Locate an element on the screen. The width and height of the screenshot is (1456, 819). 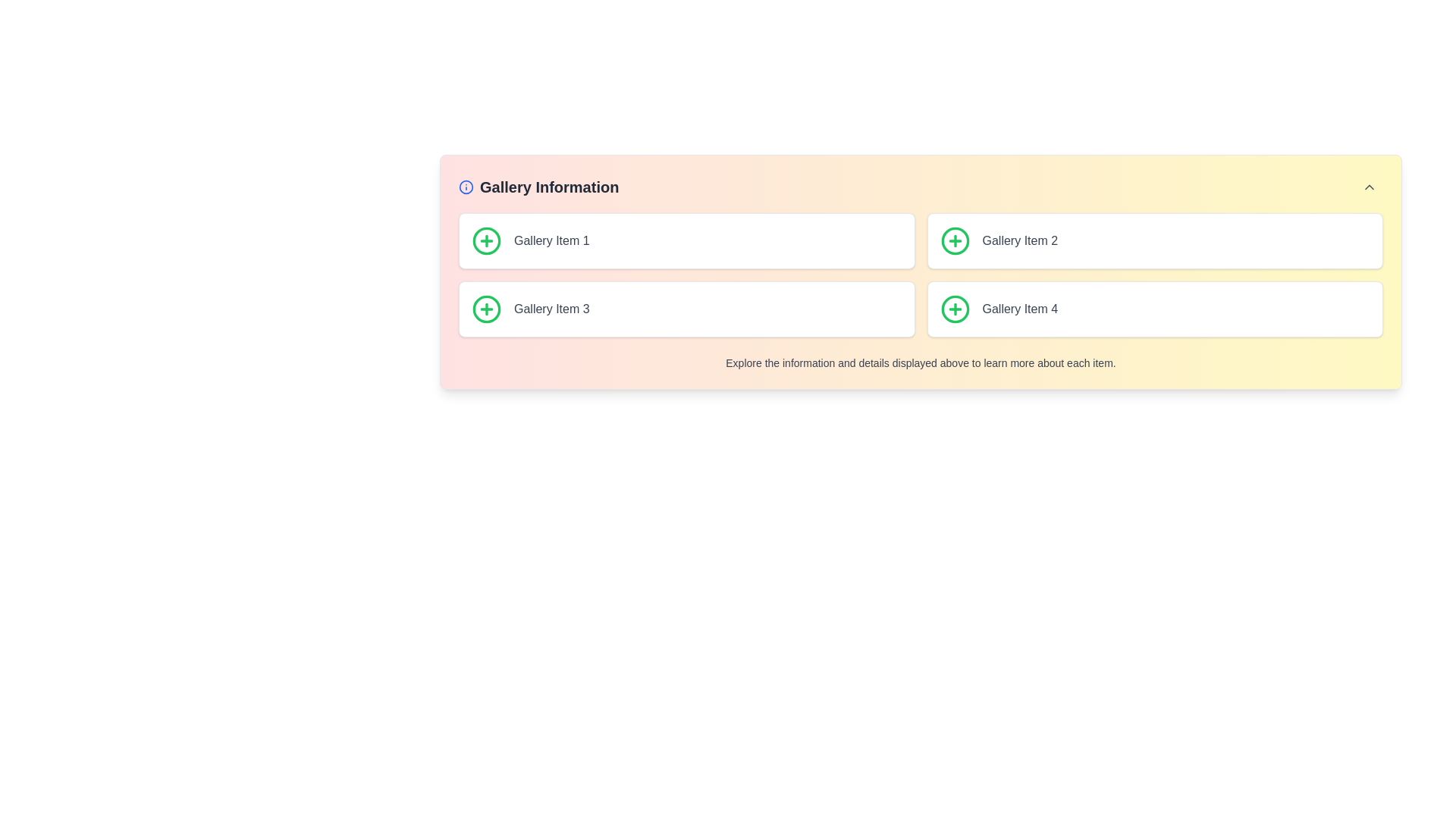
the text label reading 'Gallery Item 1', which is styled in gray and positioned to the right of a green plus icon in the top-left section of a grid-like display is located at coordinates (551, 240).